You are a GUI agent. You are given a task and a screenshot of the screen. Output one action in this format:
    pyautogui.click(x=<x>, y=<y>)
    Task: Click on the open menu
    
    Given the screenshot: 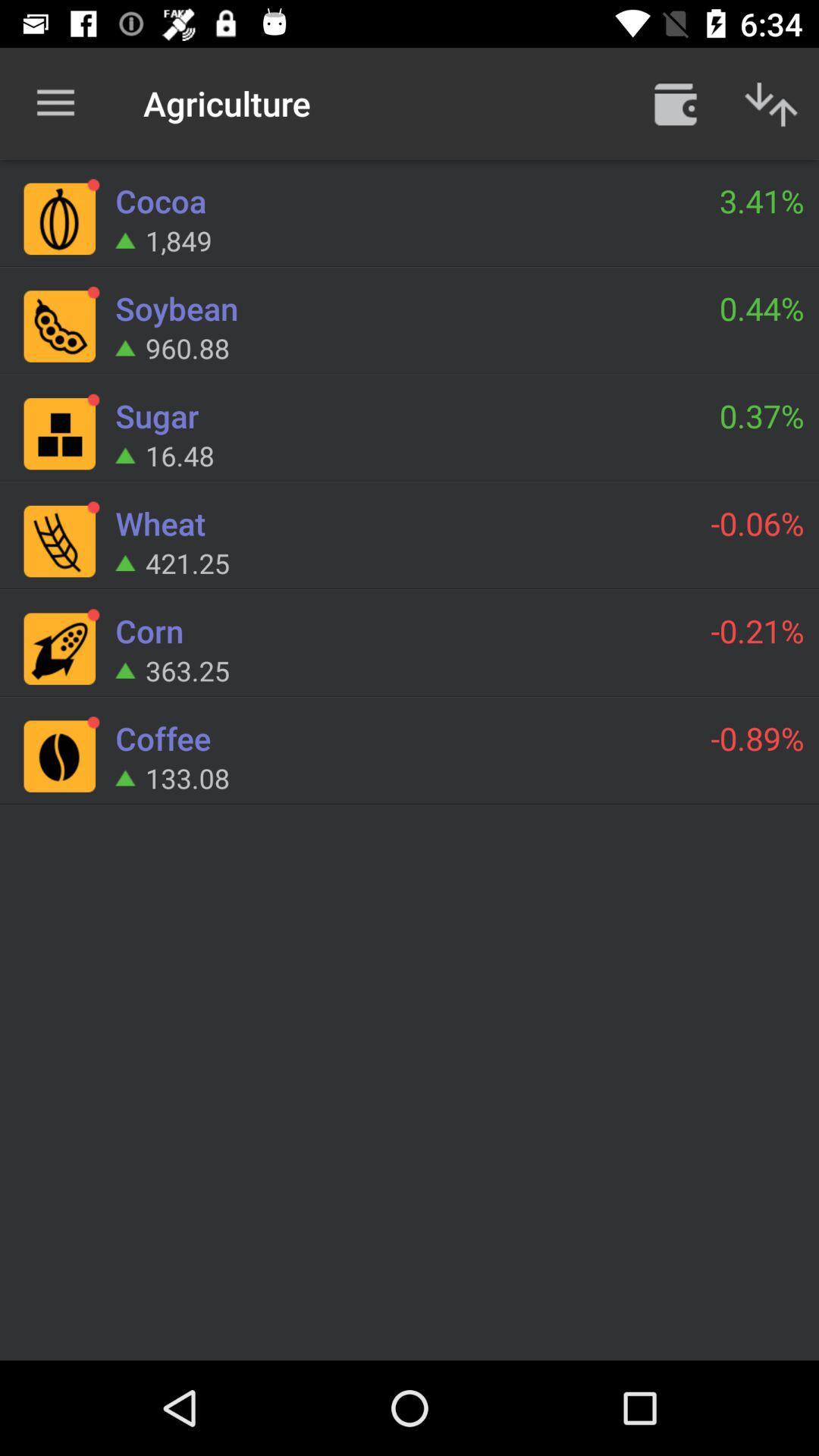 What is the action you would take?
    pyautogui.click(x=675, y=102)
    